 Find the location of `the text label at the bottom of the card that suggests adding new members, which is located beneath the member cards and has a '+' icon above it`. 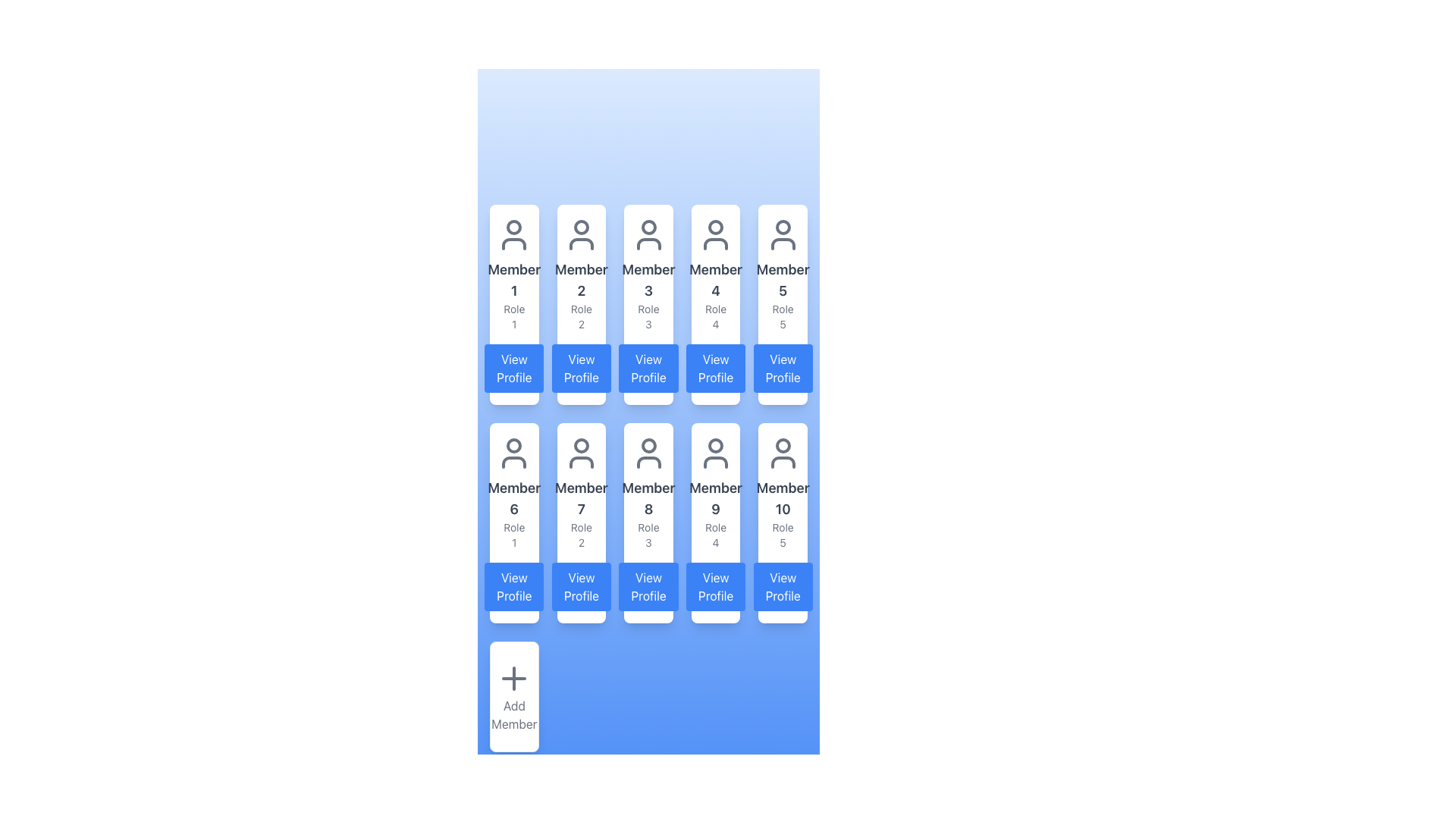

the text label at the bottom of the card that suggests adding new members, which is located beneath the member cards and has a '+' icon above it is located at coordinates (514, 714).